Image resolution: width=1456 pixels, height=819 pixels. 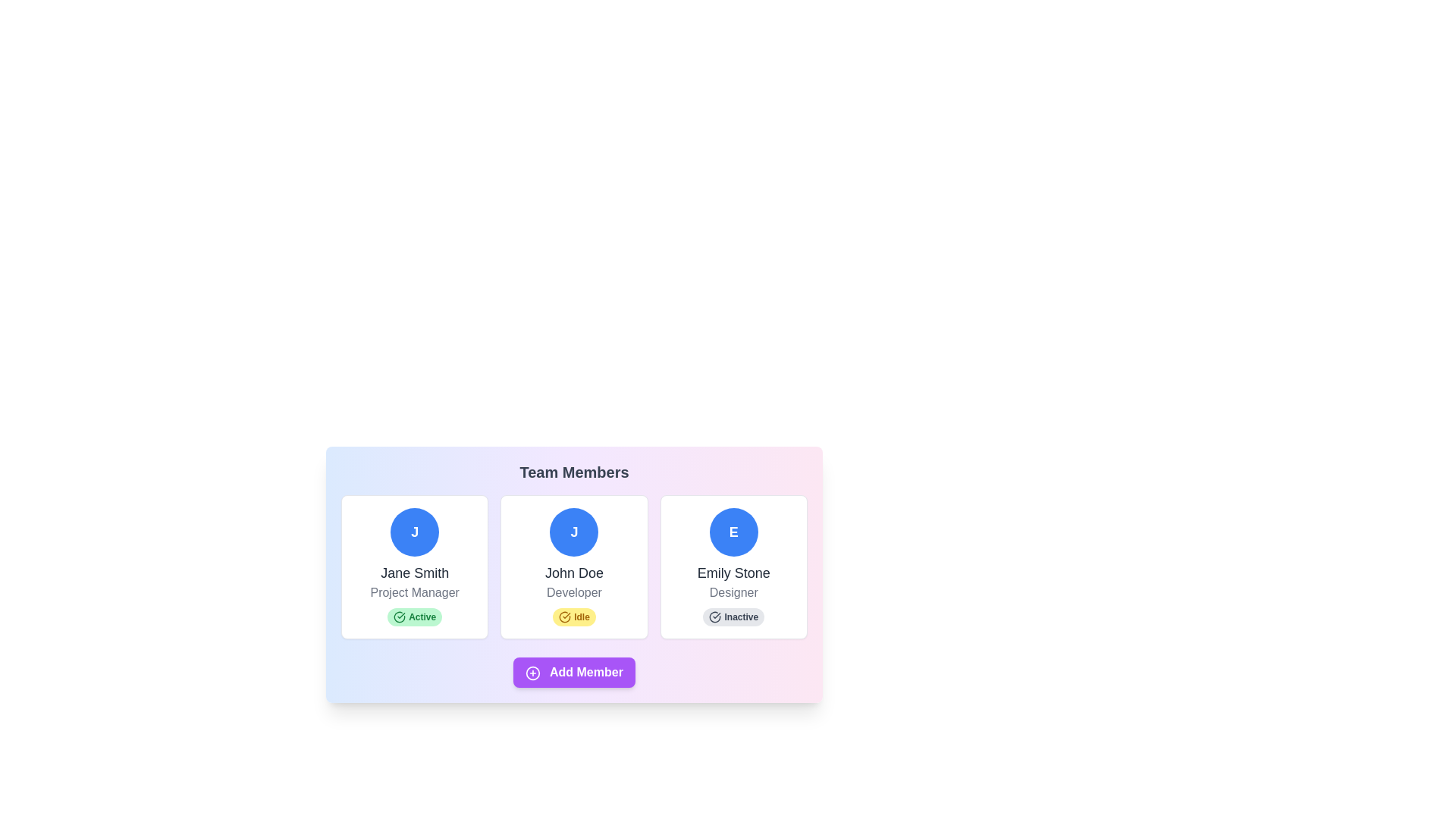 What do you see at coordinates (564, 617) in the screenshot?
I see `the circular icon with a checkmark inside, part of the 'Idle' status badge in the second team member card located in the 'Team Members' section` at bounding box center [564, 617].